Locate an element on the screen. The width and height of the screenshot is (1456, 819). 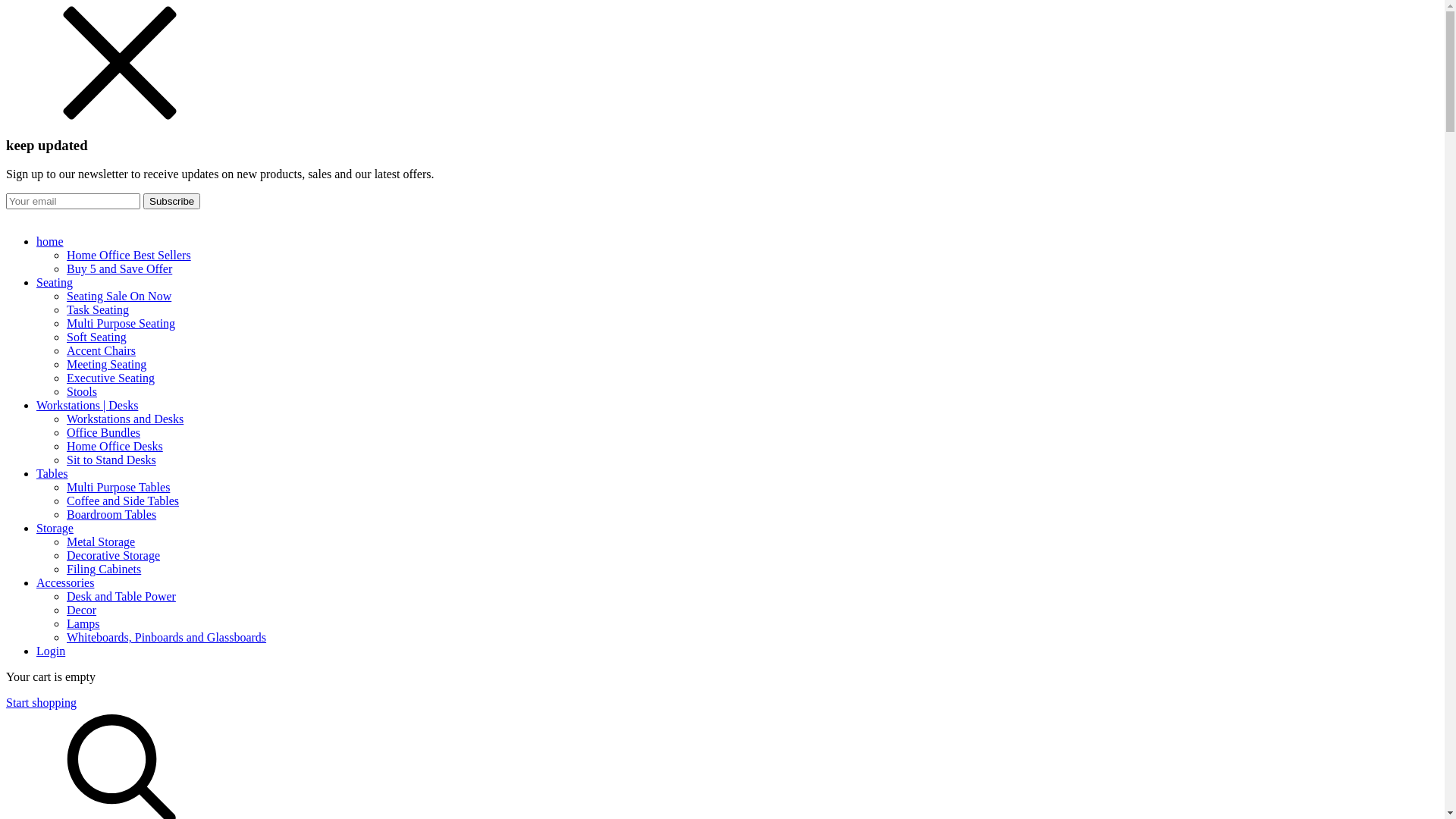
'Decor' is located at coordinates (80, 609).